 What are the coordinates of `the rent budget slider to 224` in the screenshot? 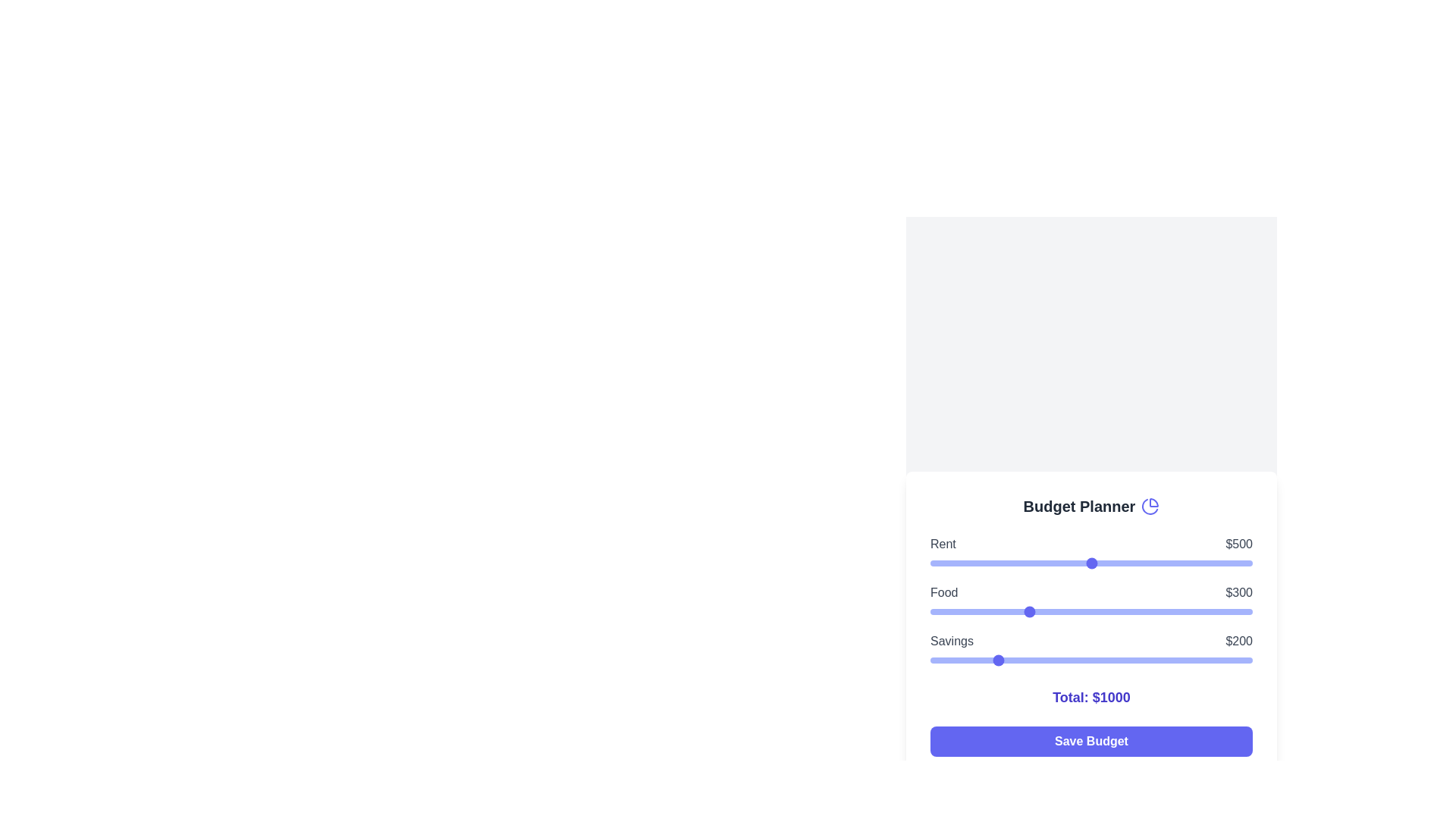 It's located at (1003, 563).